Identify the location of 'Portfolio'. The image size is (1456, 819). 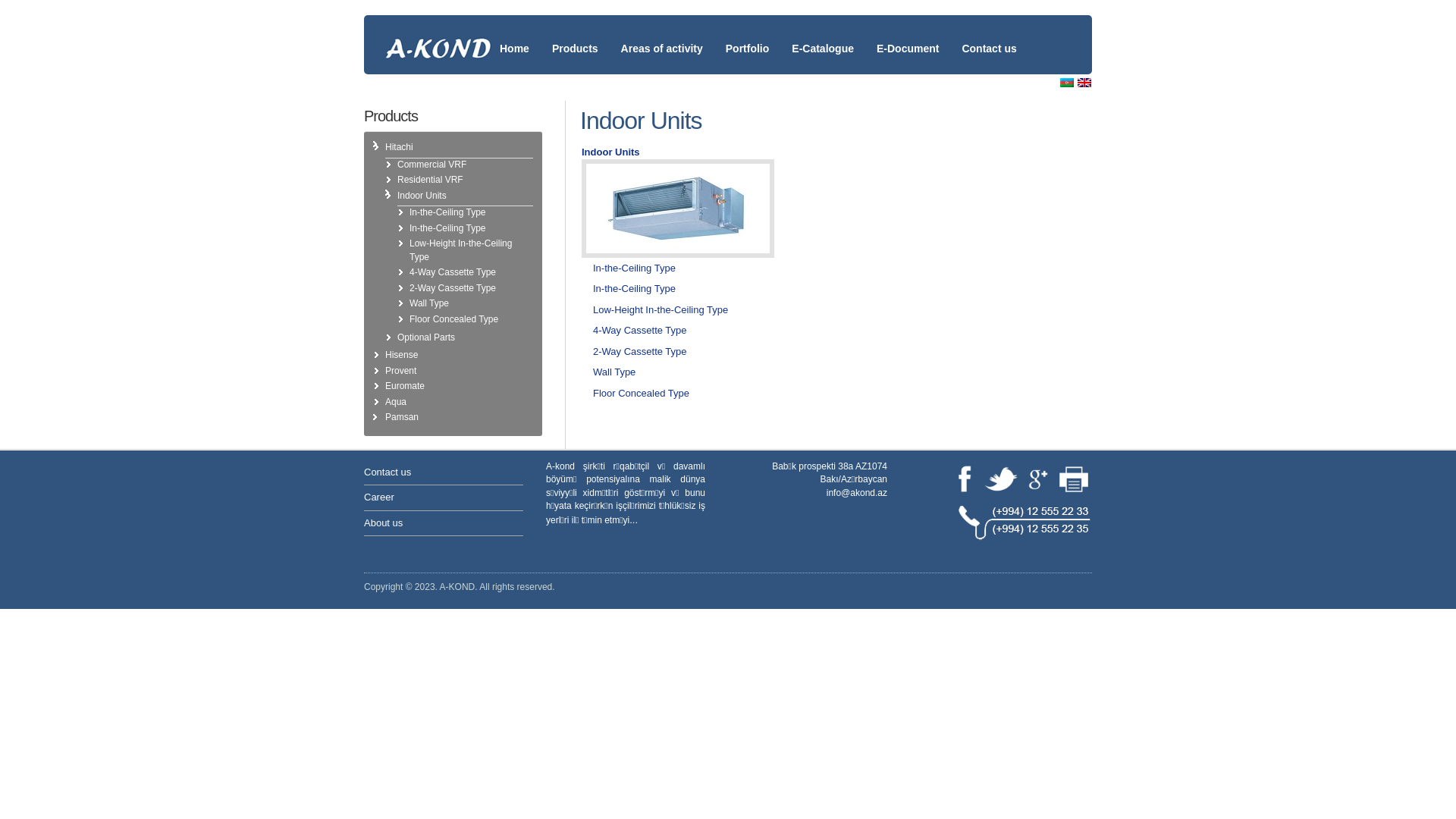
(747, 34).